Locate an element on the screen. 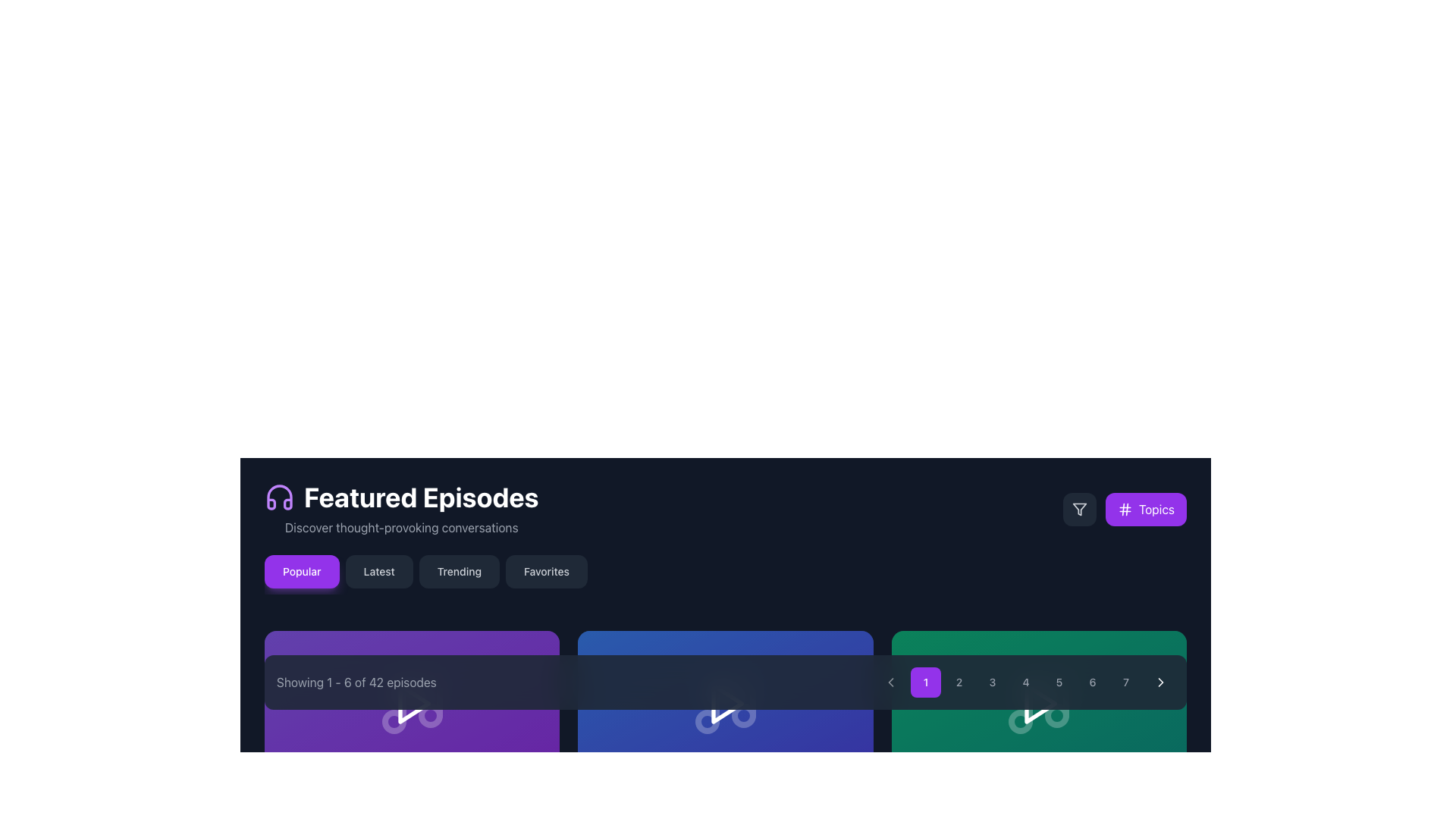  the 'Trending' button in the navigation menu located under the 'Featured Episodes' header to filter the content is located at coordinates (458, 571).